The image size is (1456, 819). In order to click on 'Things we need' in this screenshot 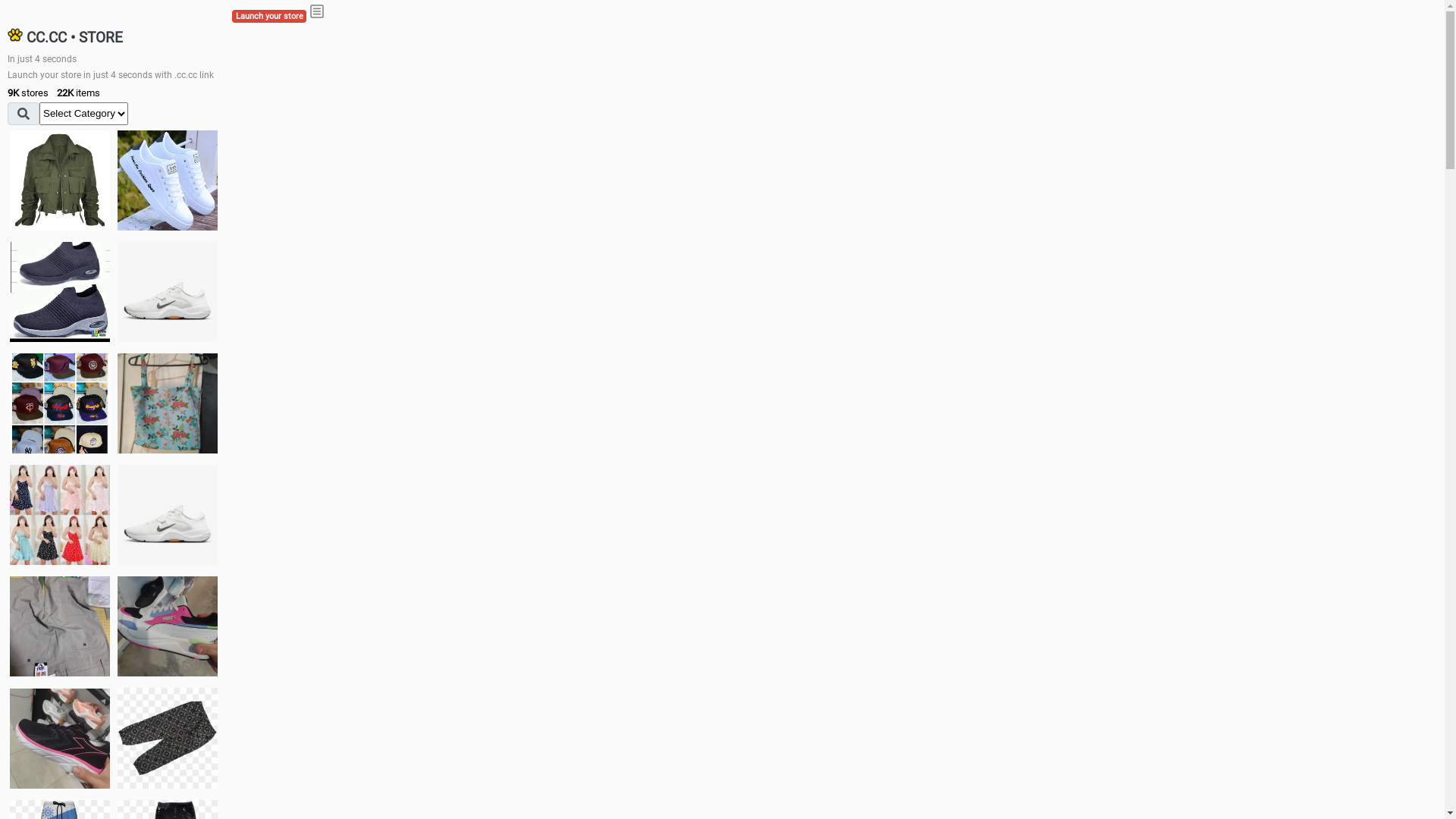, I will do `click(59, 403)`.